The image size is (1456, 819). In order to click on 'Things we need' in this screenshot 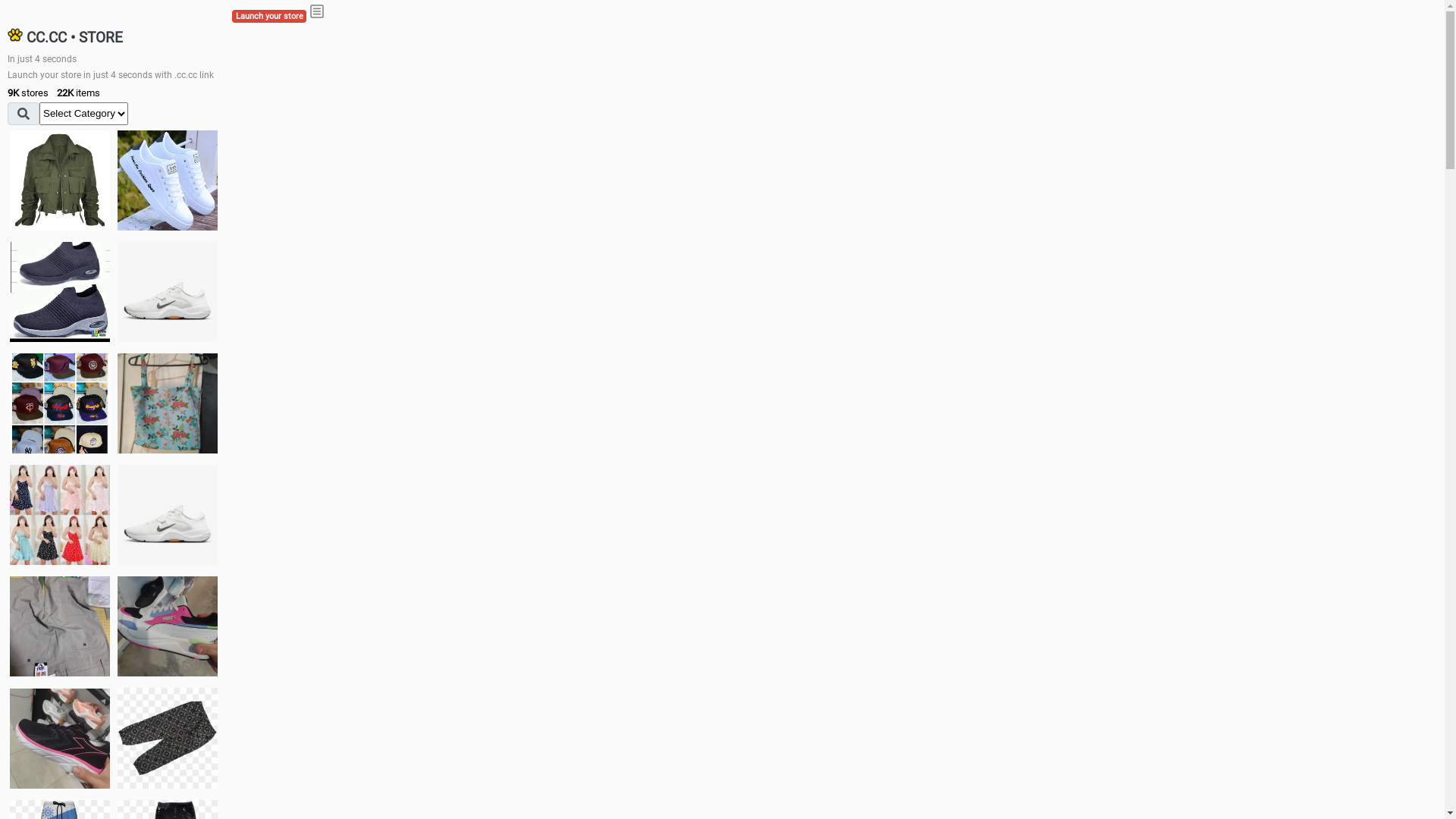, I will do `click(59, 403)`.